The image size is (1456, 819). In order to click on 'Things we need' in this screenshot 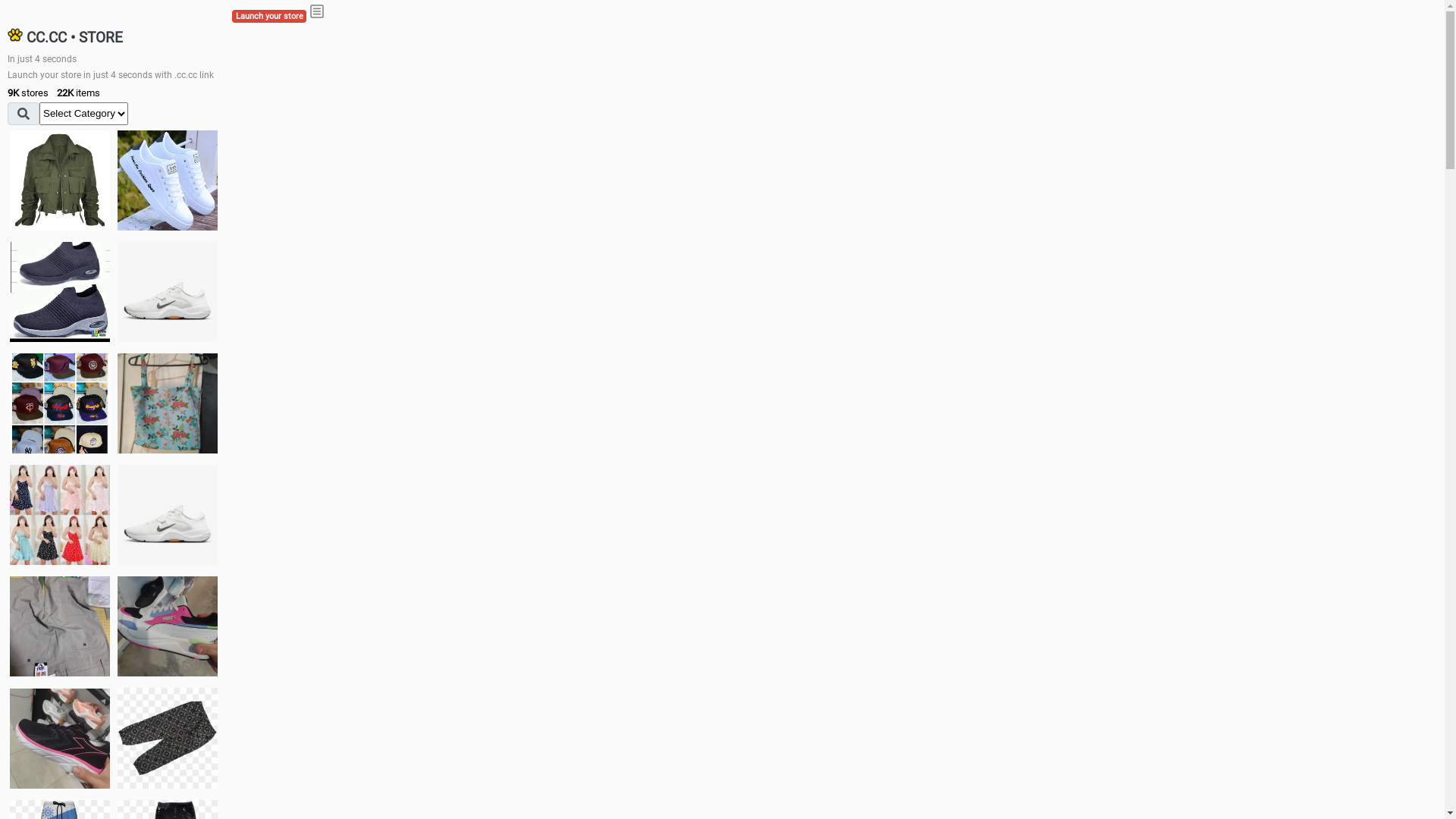, I will do `click(59, 403)`.